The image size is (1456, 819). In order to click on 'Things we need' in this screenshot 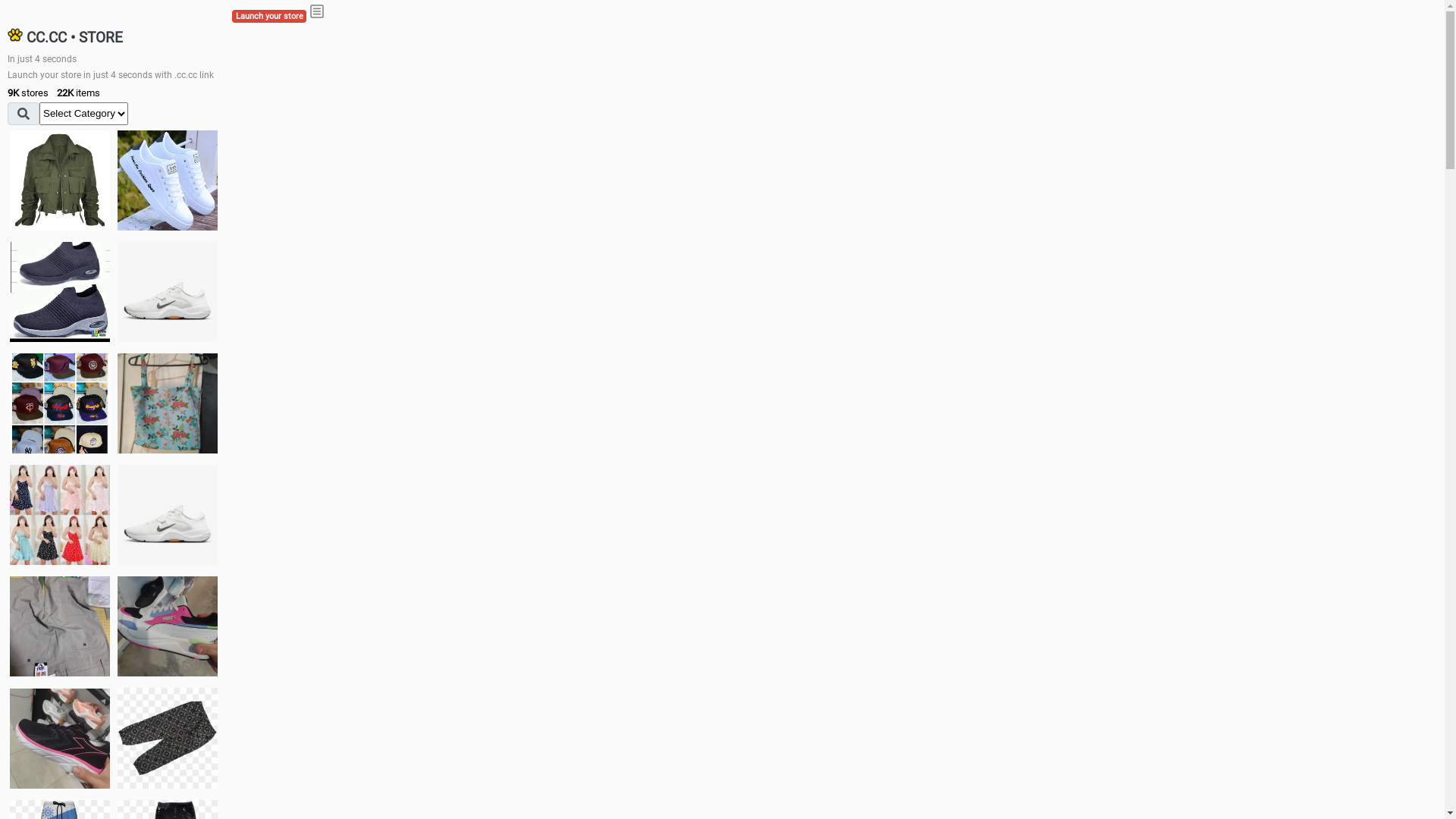, I will do `click(59, 403)`.